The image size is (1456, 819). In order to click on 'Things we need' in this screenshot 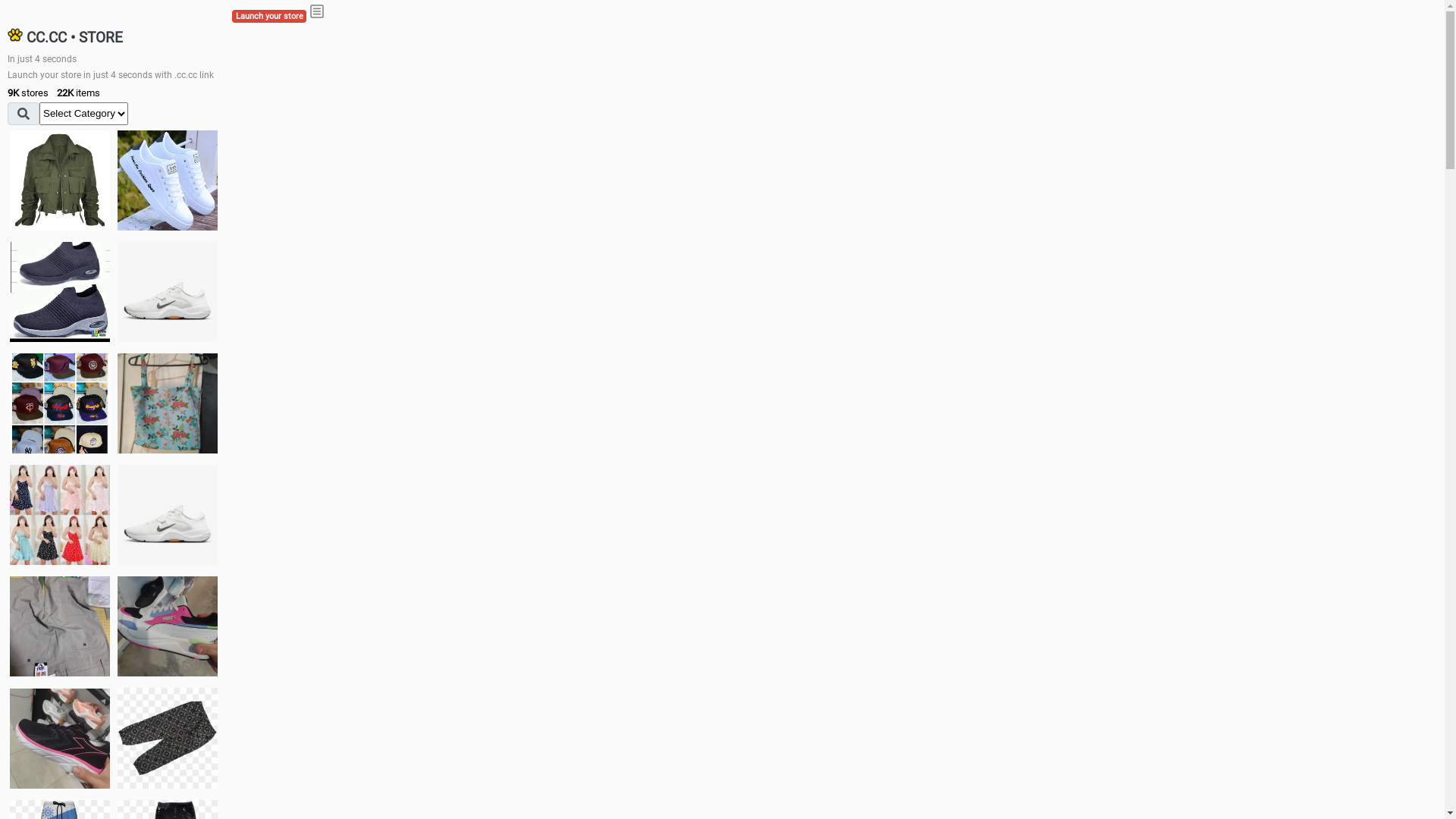, I will do `click(59, 403)`.